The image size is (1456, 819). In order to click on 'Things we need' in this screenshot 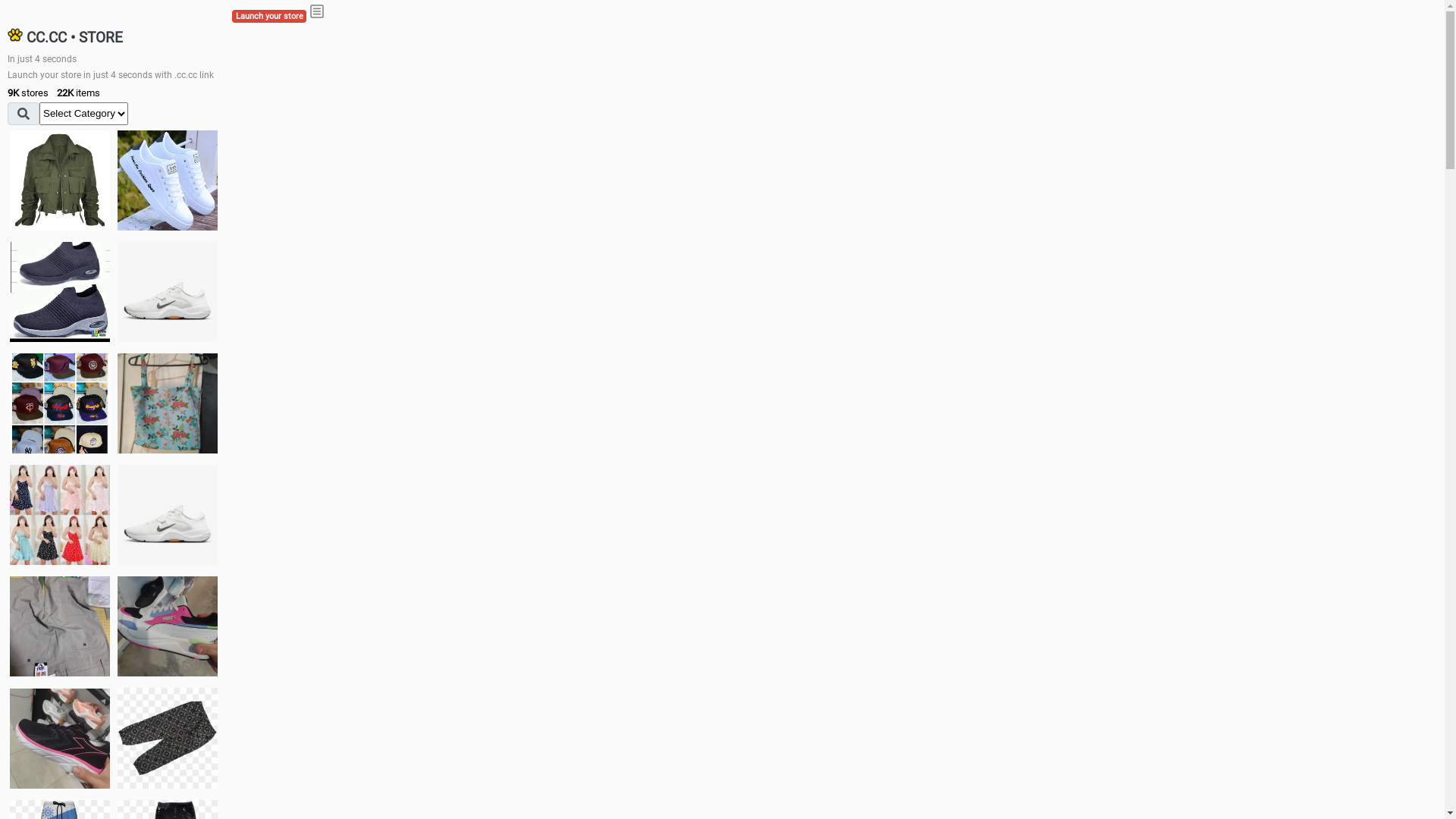, I will do `click(59, 403)`.